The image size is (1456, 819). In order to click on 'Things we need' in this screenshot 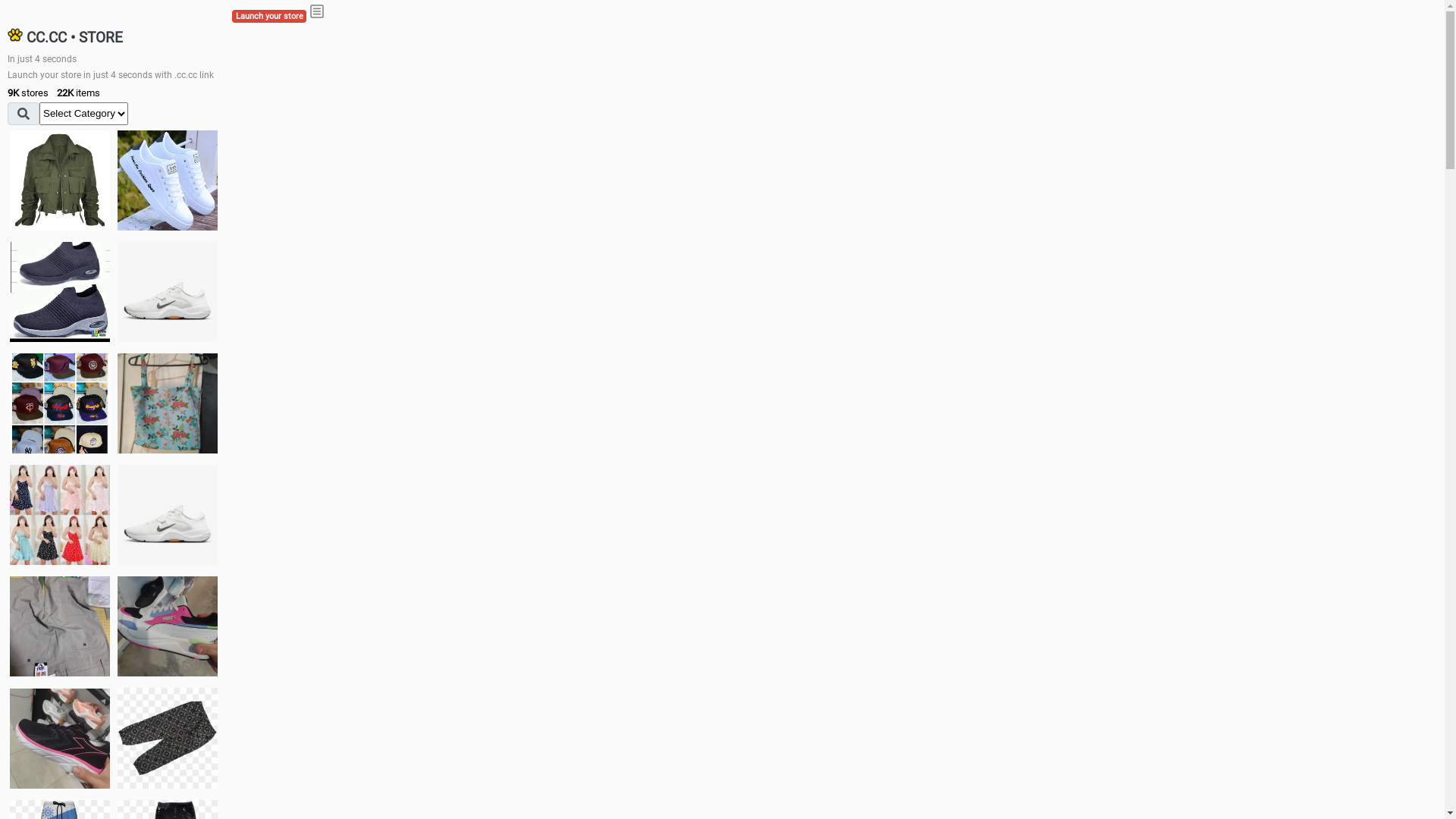, I will do `click(59, 403)`.